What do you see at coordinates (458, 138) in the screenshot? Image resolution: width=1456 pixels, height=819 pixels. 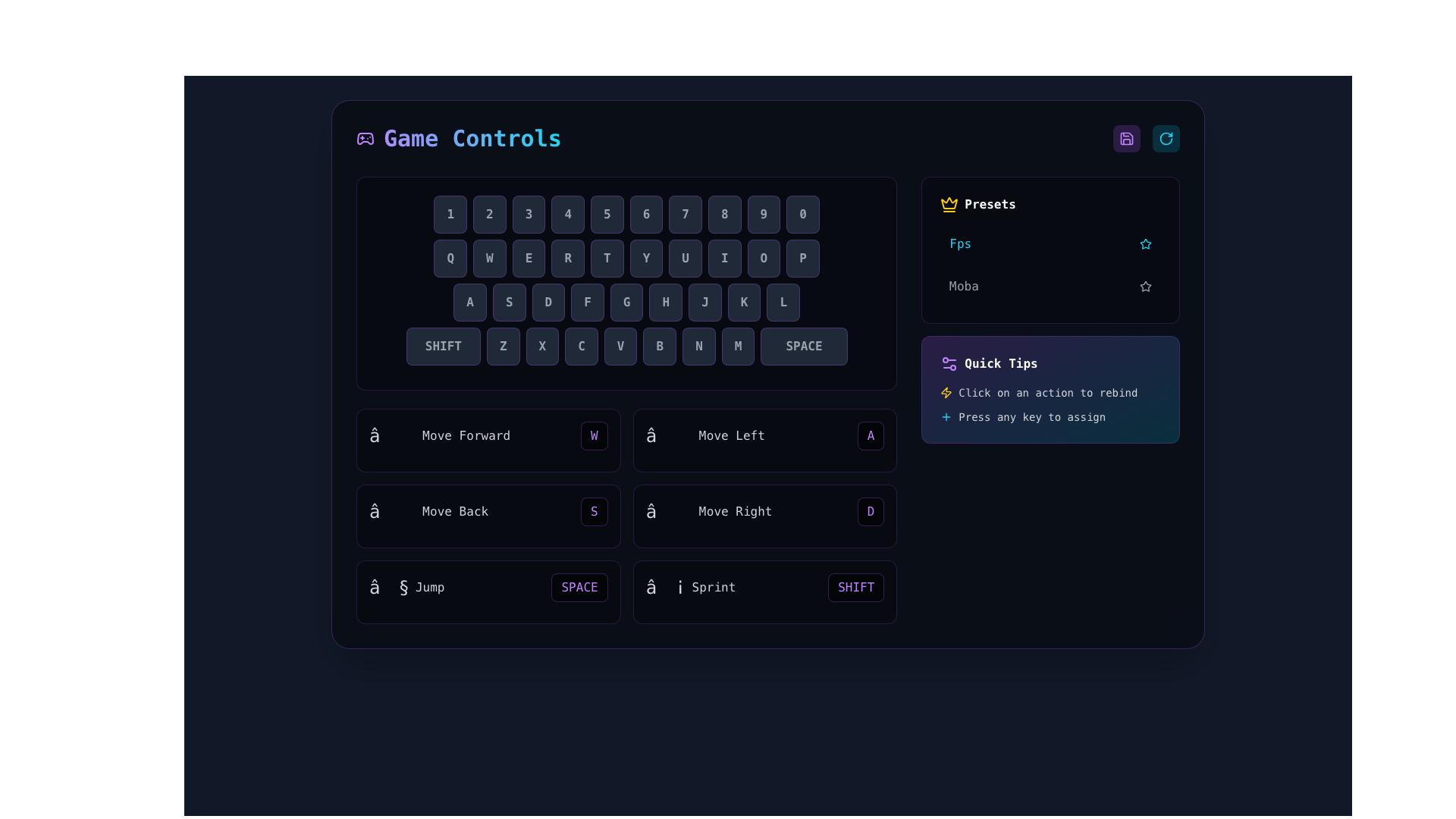 I see `text of the heading indicating game controls, which is the first visible item in the top section of the interface` at bounding box center [458, 138].